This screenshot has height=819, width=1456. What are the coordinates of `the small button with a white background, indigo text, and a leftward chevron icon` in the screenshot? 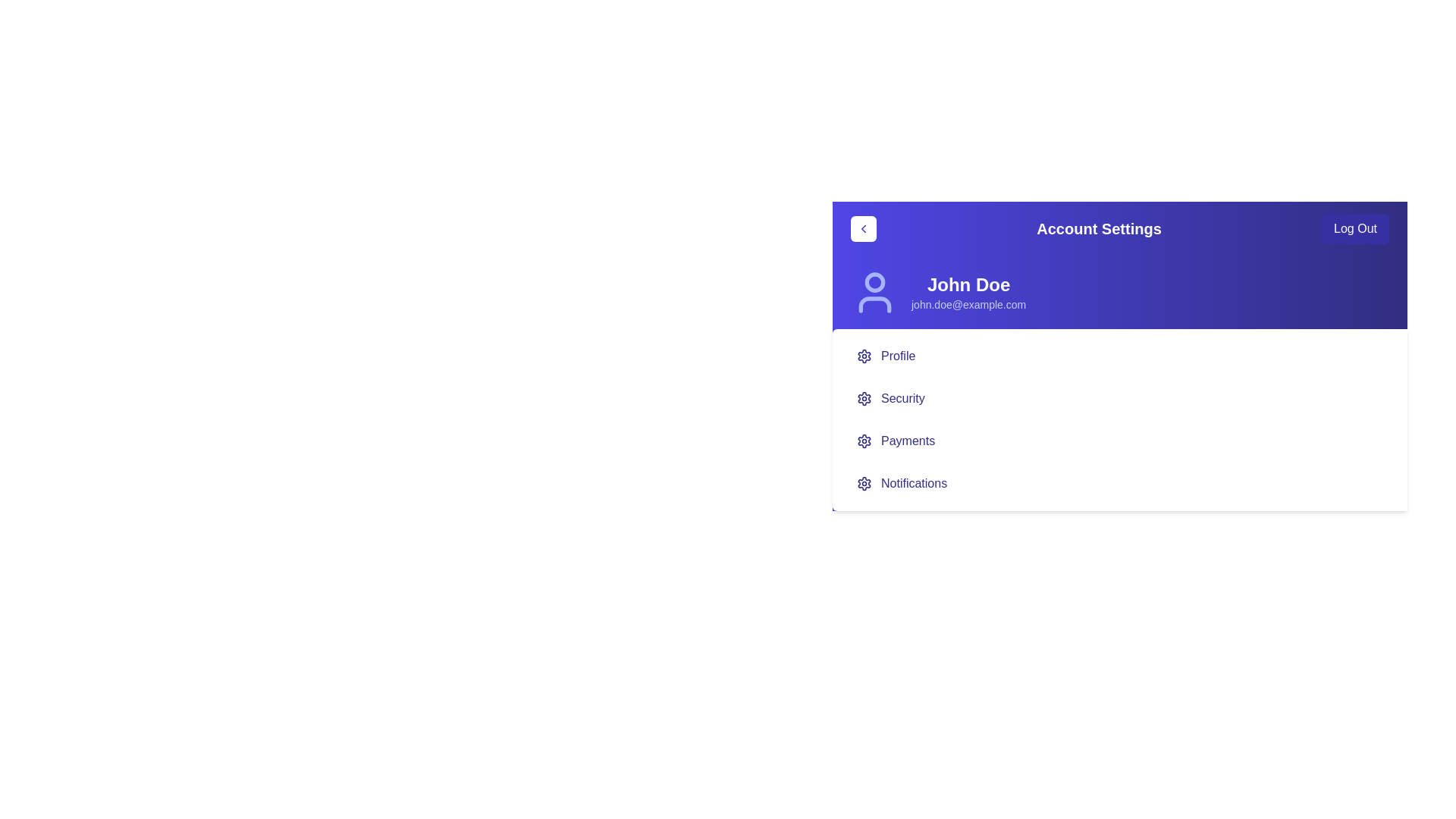 It's located at (863, 228).